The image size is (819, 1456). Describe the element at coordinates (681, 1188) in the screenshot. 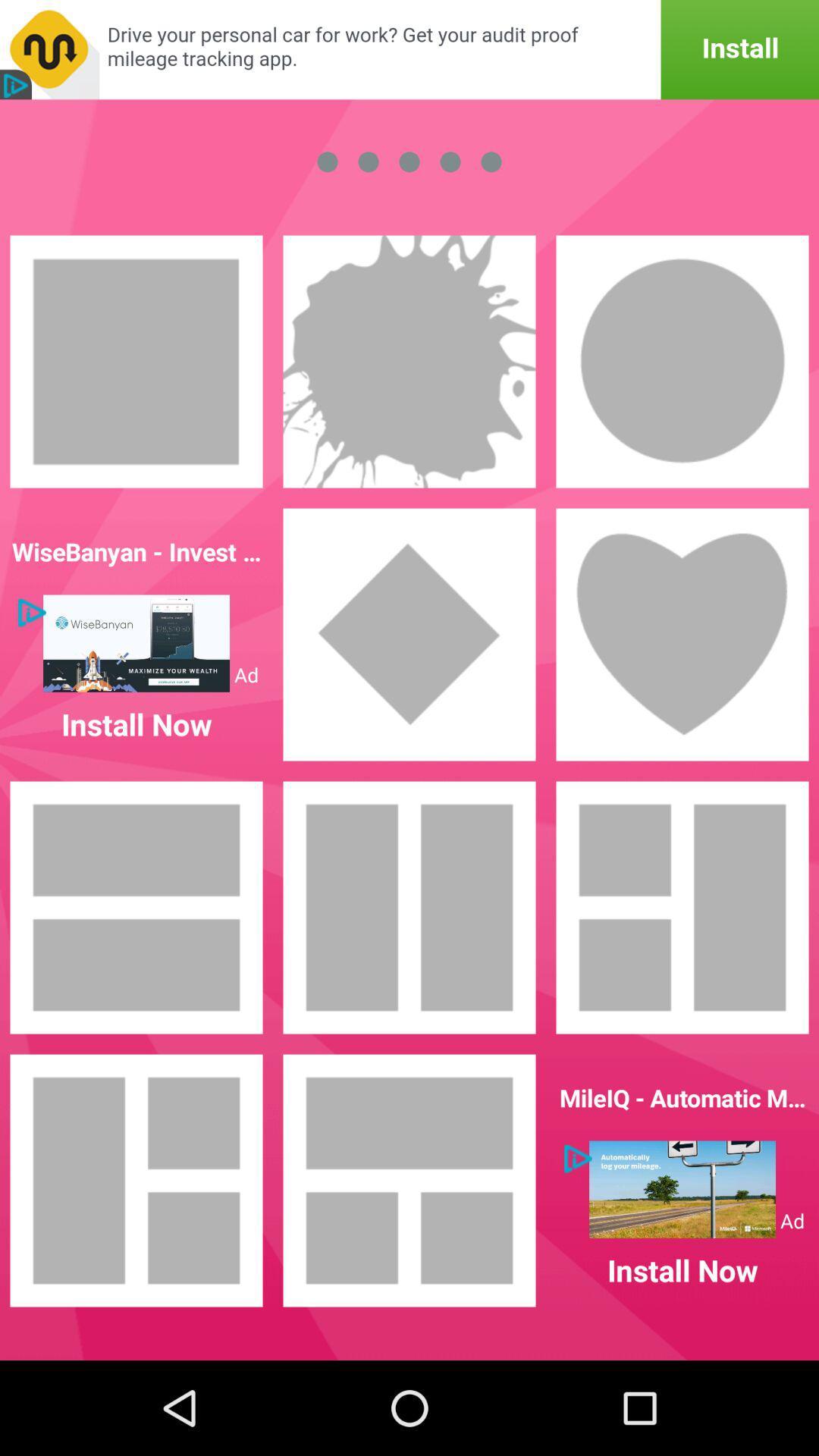

I see `advertisement` at that location.